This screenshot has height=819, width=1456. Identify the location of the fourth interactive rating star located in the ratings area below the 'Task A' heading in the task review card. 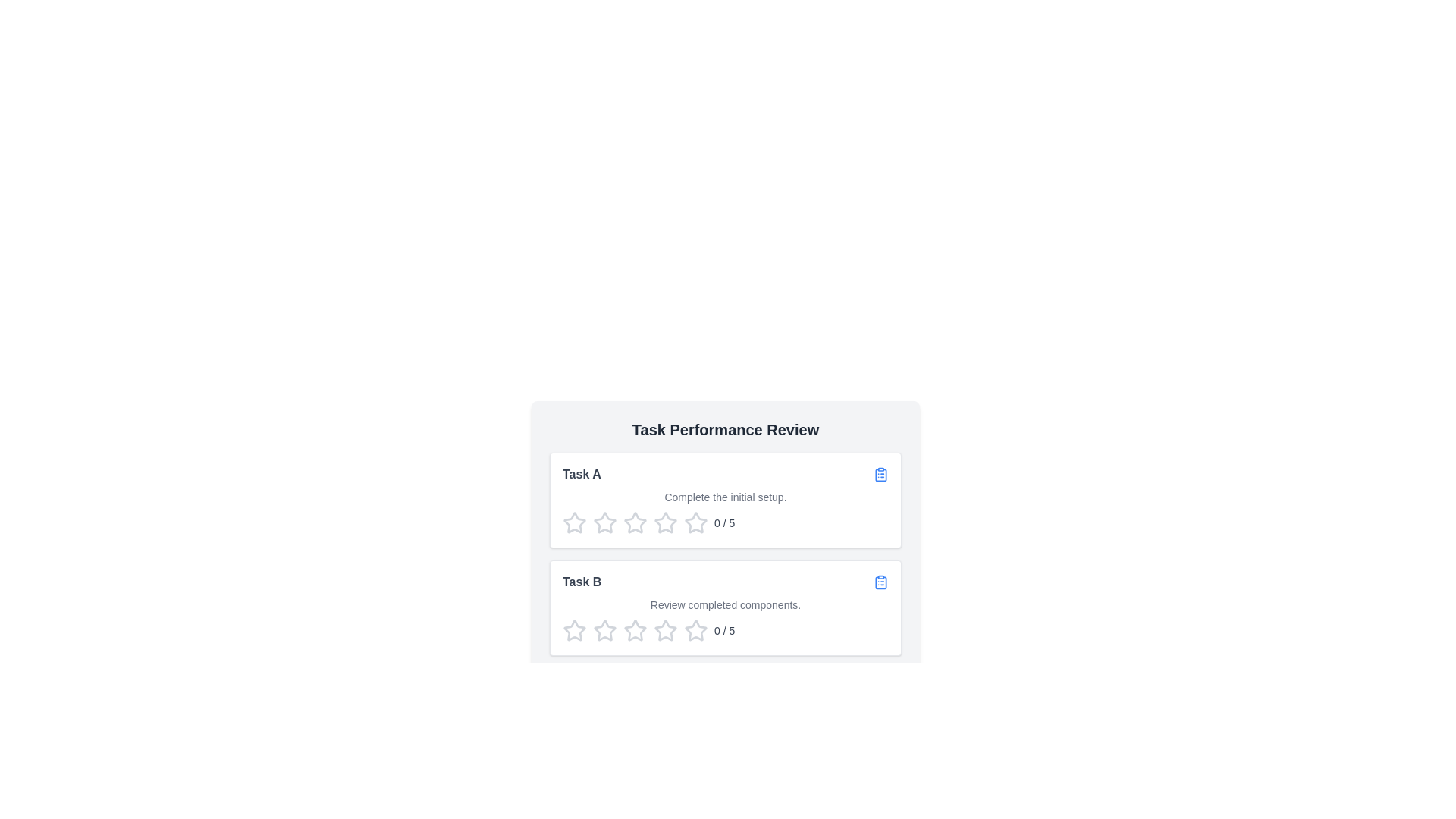
(694, 522).